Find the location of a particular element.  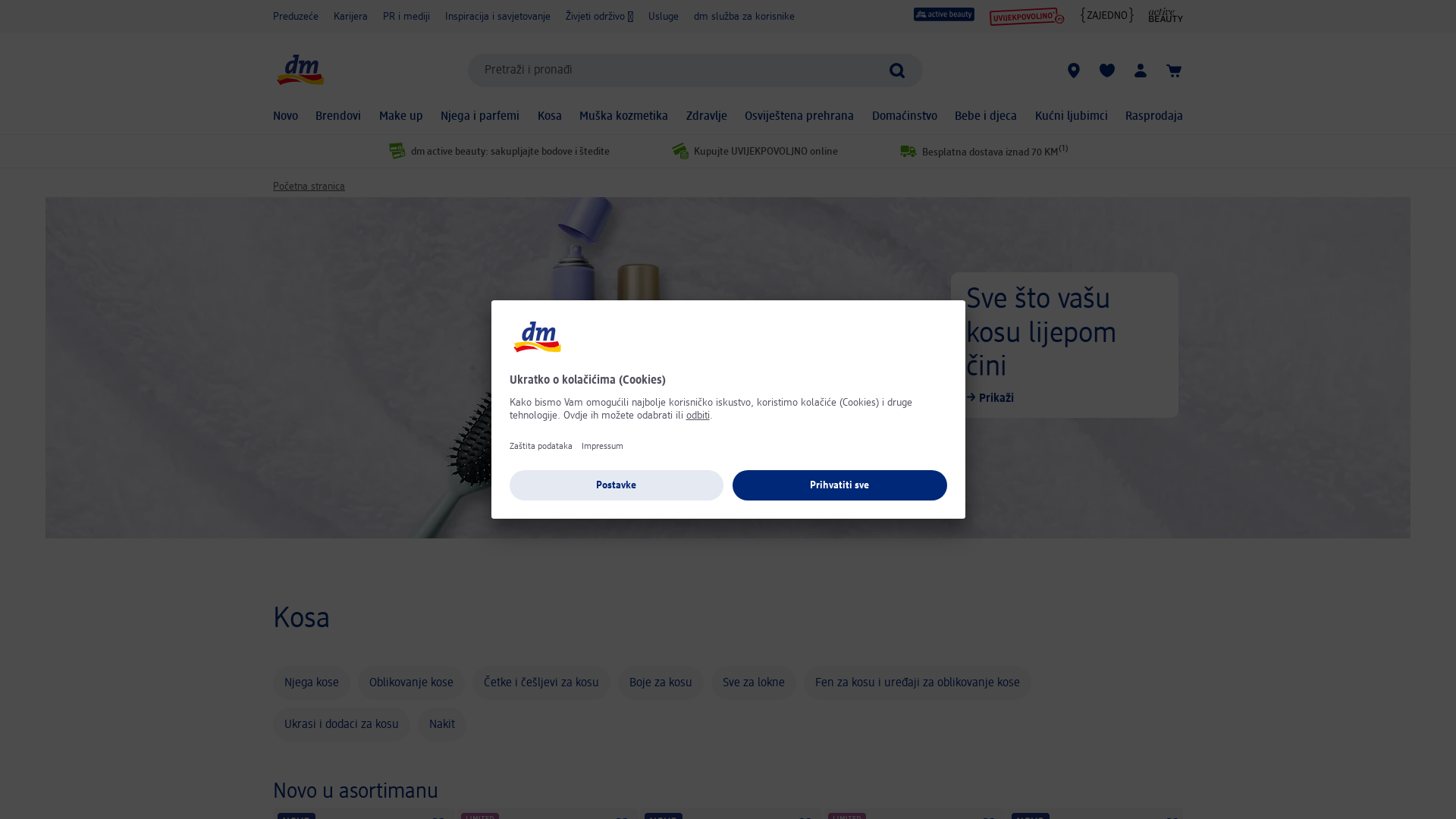

'Kosa' is located at coordinates (543, 116).